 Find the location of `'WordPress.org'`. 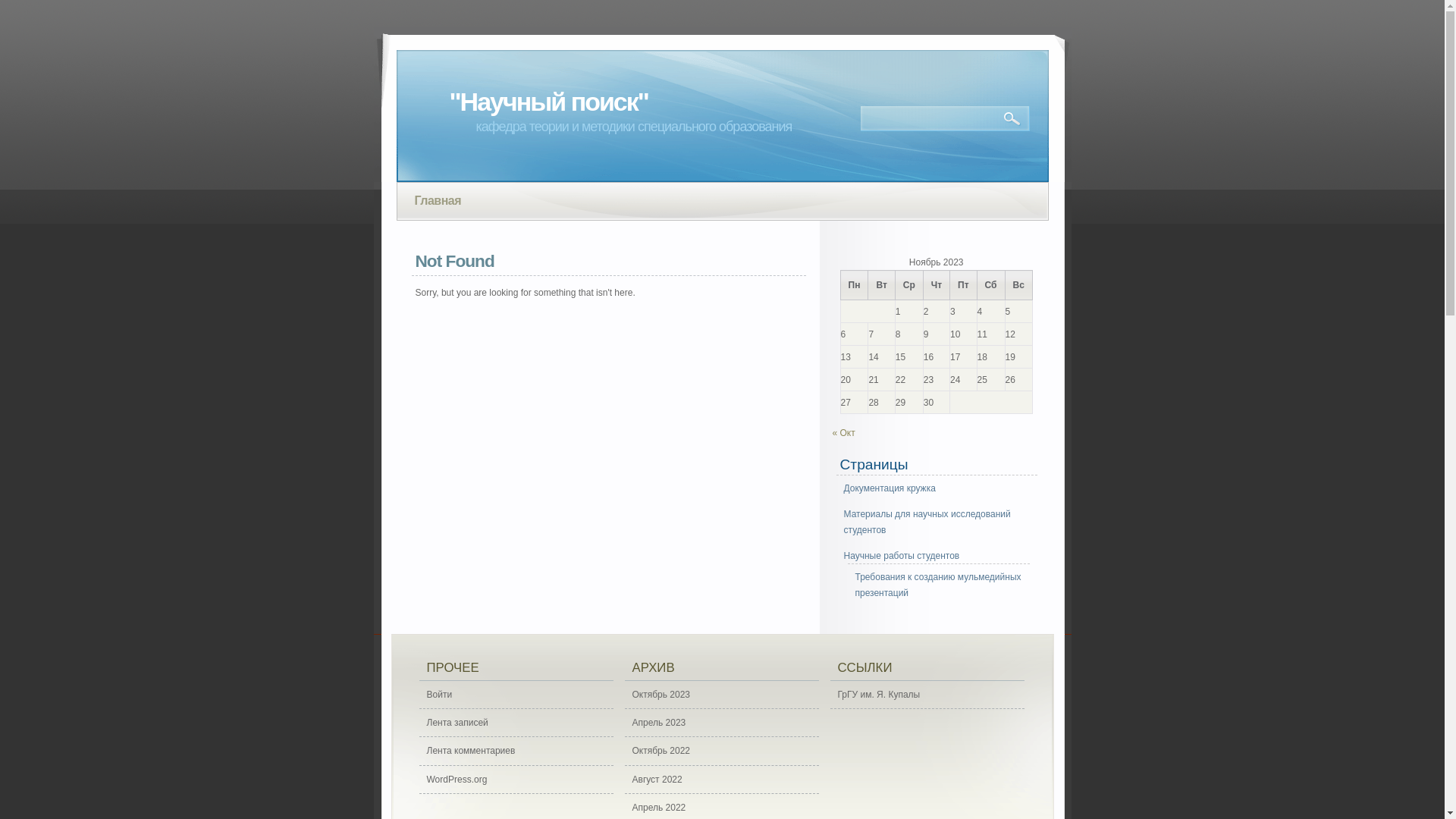

'WordPress.org' is located at coordinates (516, 780).